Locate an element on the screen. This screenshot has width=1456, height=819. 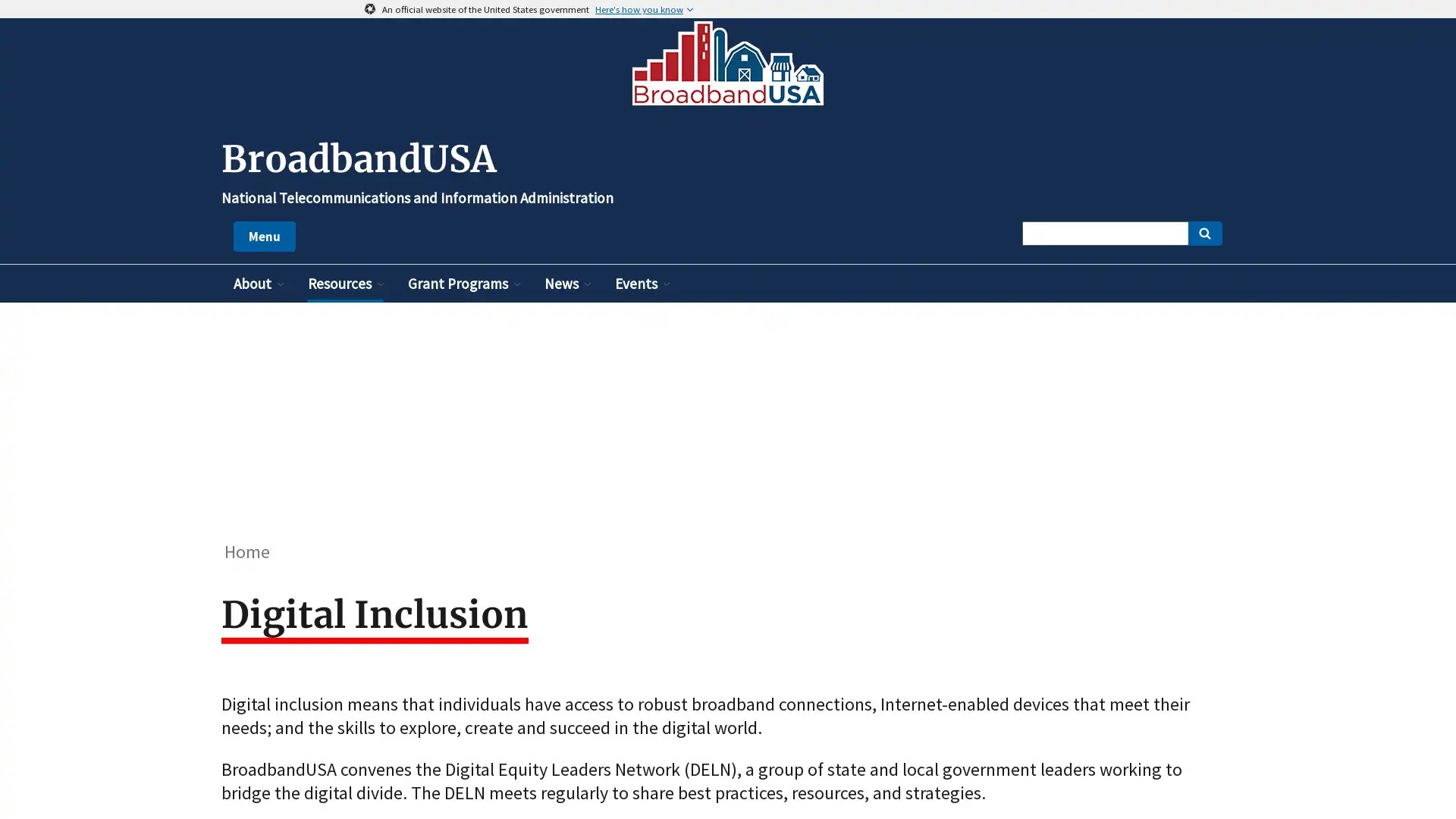
Menu is located at coordinates (265, 237).